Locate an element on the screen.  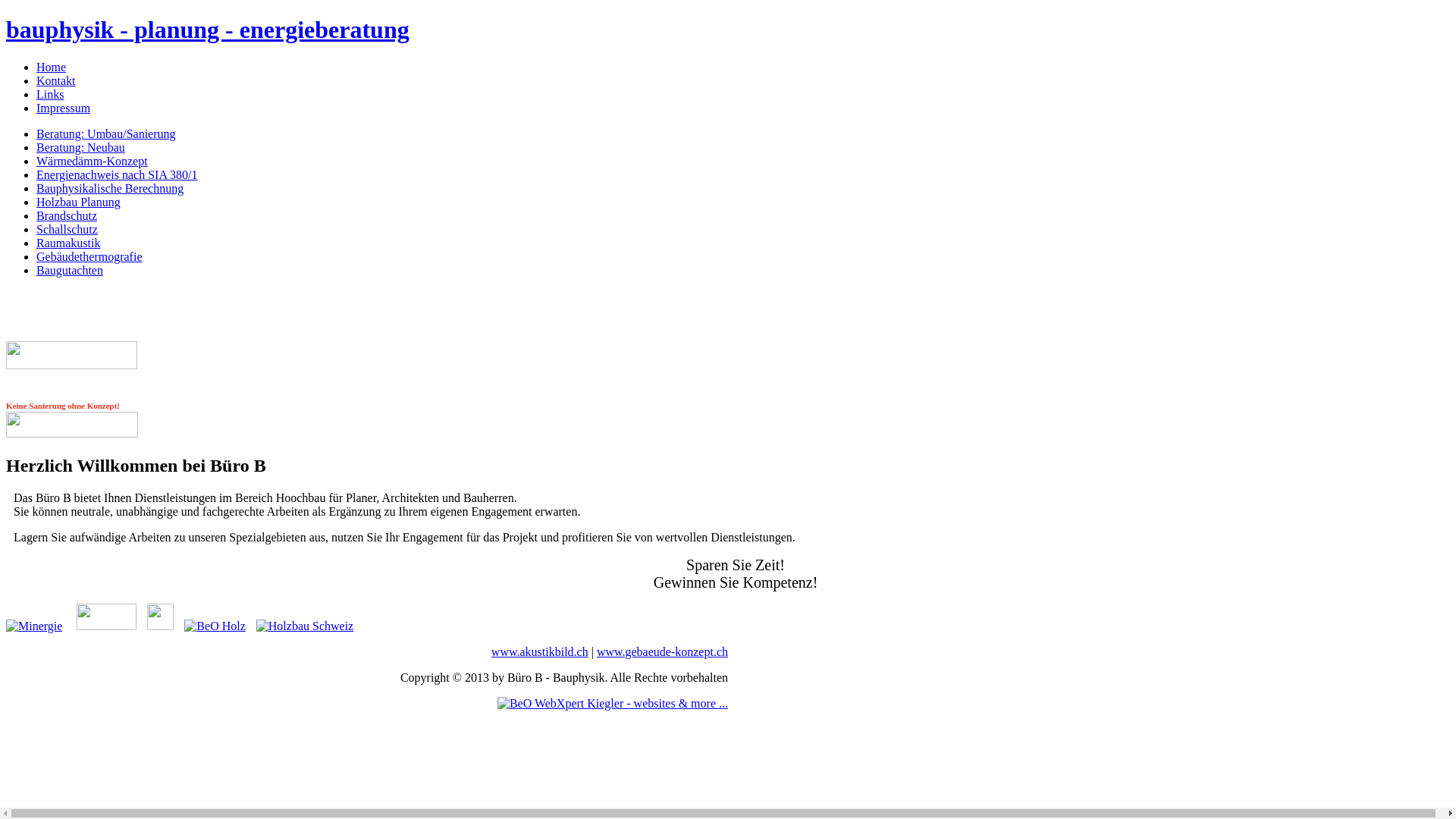
'Energienachweis nach SIA 380/1' is located at coordinates (116, 174).